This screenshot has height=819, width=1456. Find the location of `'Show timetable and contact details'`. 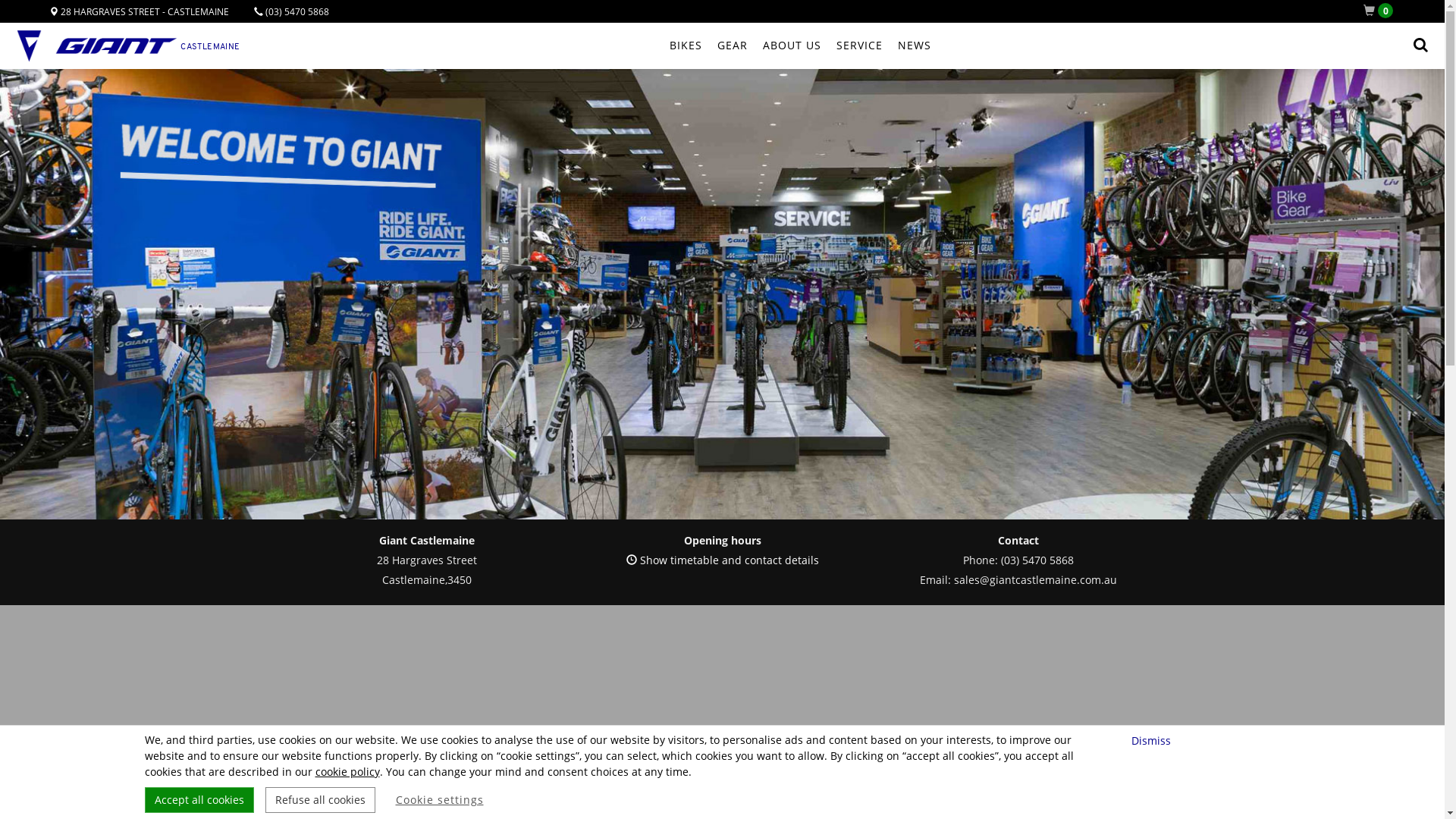

'Show timetable and contact details' is located at coordinates (626, 560).